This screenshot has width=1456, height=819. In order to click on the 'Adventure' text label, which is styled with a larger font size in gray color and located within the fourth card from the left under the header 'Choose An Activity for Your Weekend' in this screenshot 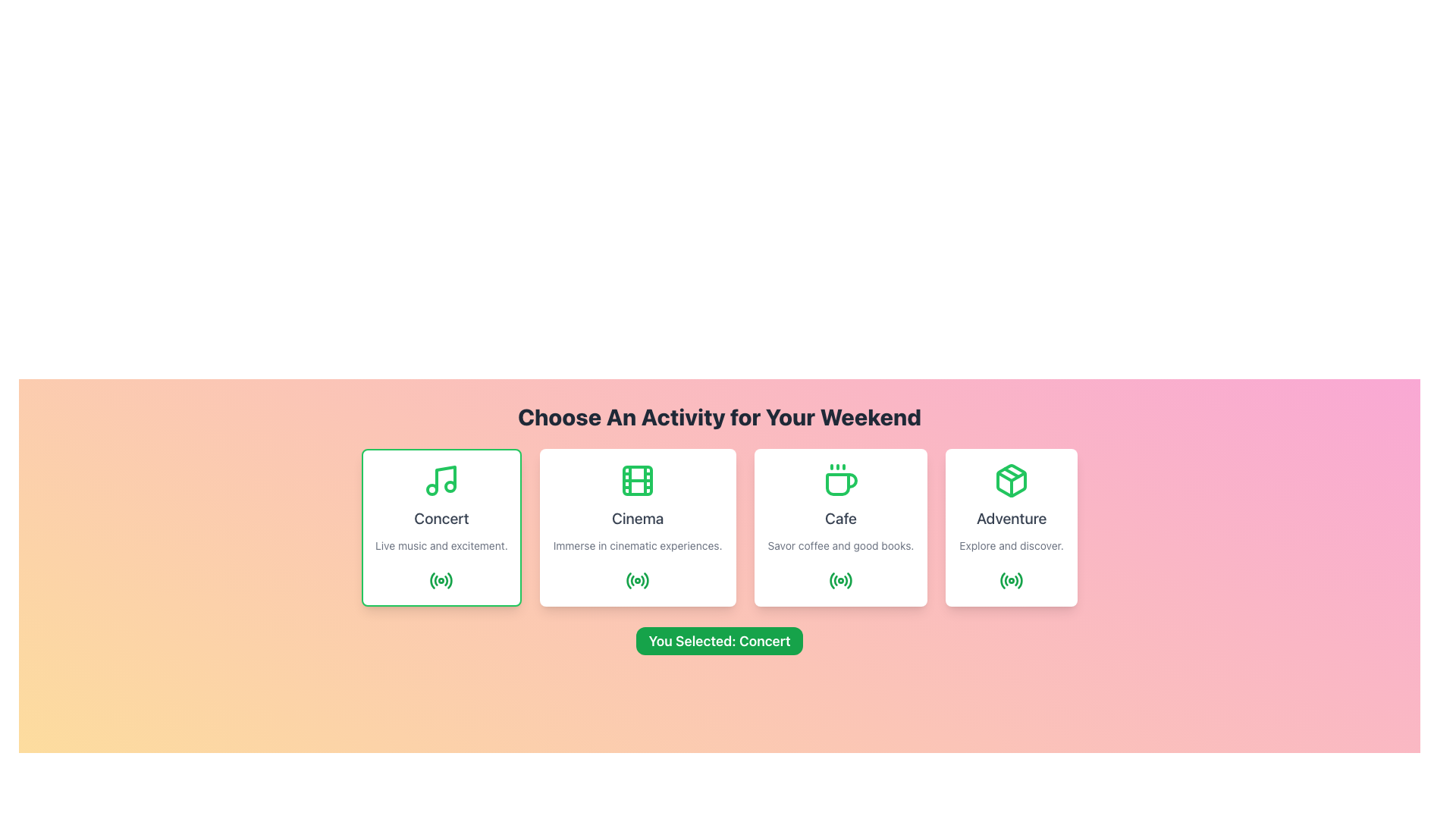, I will do `click(1012, 517)`.